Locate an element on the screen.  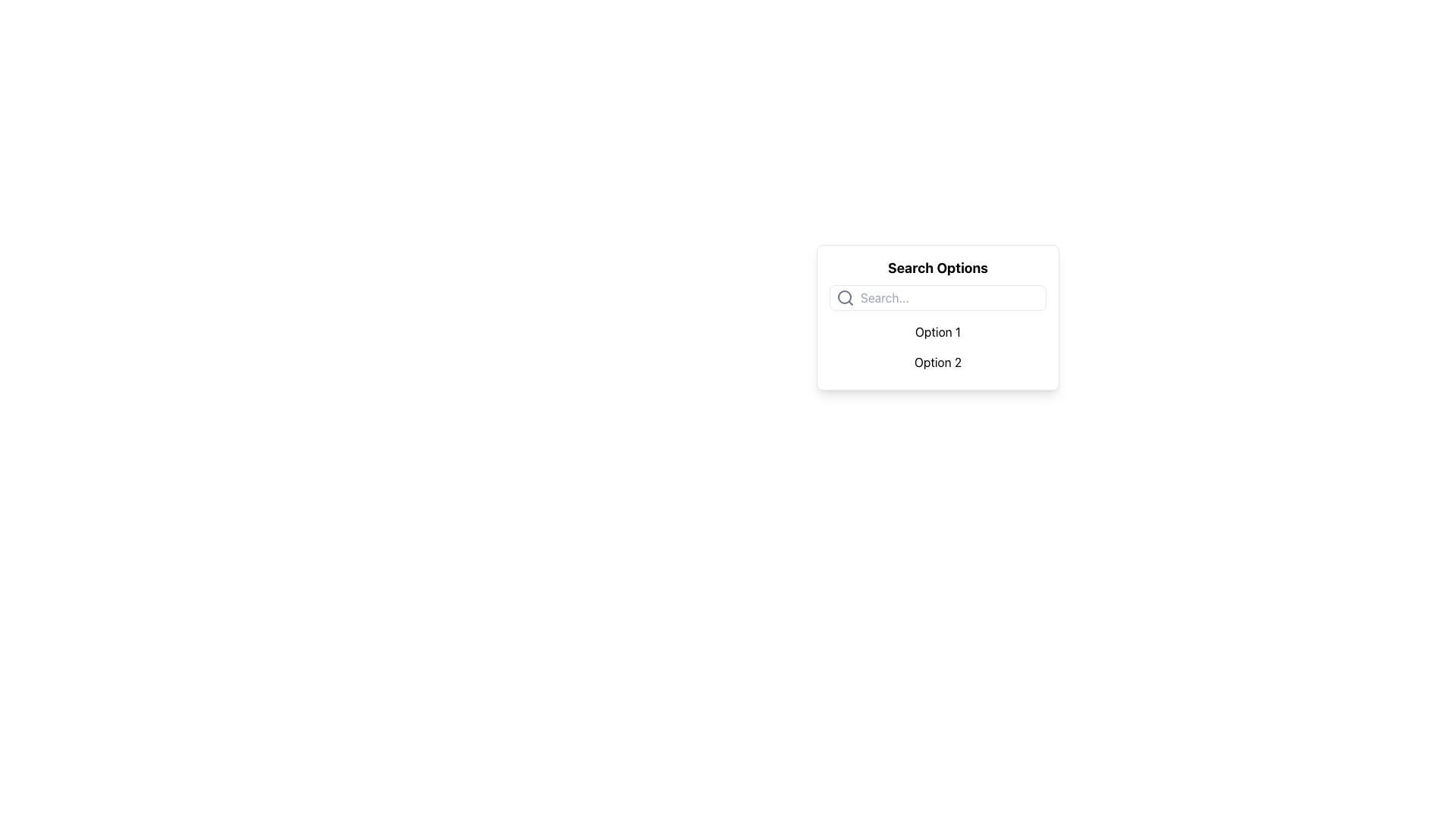
the SVG Circle that serves as a visual component of the search icon, located near the top-left corner of the input field labeled 'Search' is located at coordinates (843, 297).